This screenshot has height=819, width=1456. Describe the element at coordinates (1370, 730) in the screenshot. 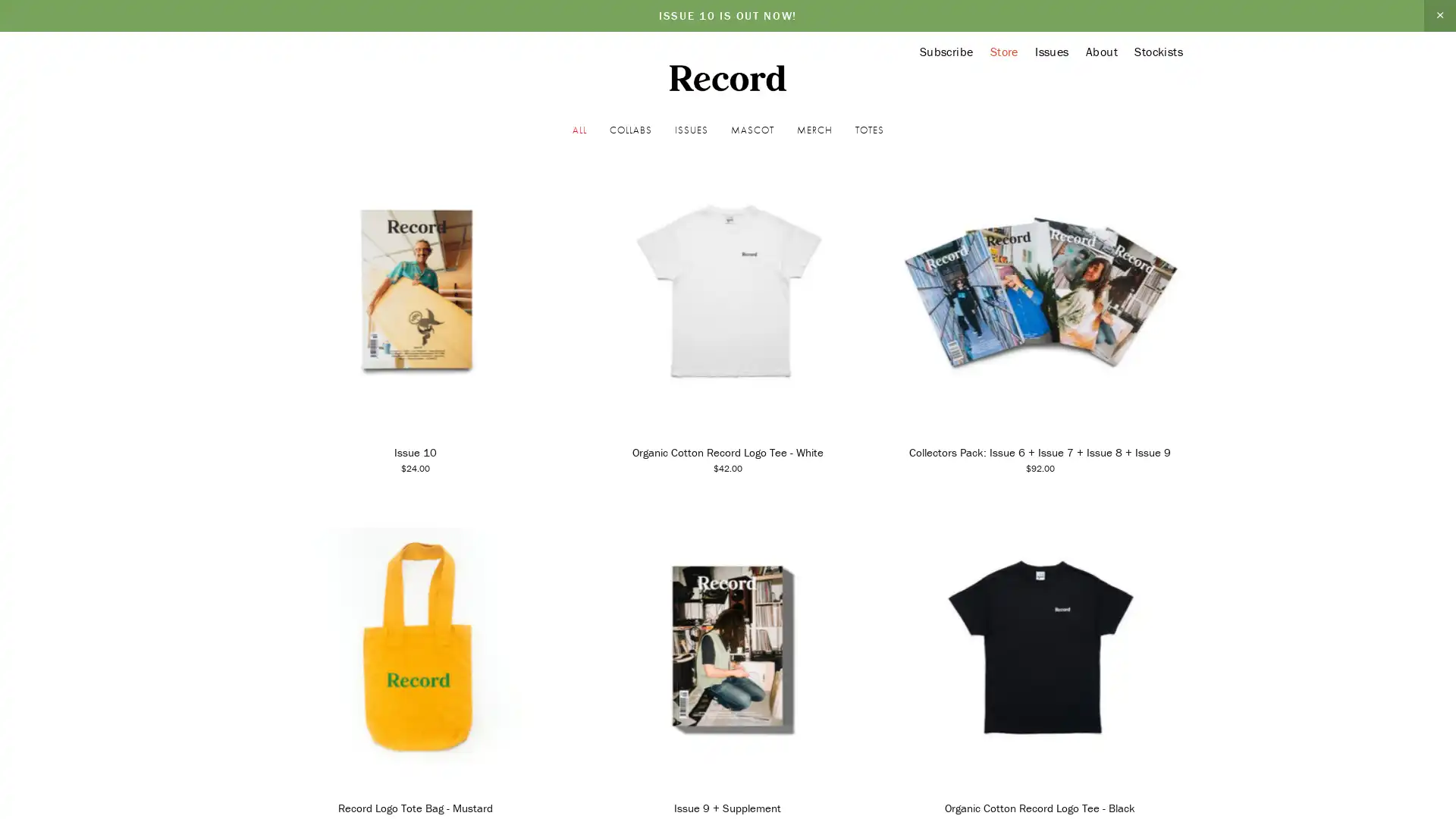

I see `Sign Up` at that location.